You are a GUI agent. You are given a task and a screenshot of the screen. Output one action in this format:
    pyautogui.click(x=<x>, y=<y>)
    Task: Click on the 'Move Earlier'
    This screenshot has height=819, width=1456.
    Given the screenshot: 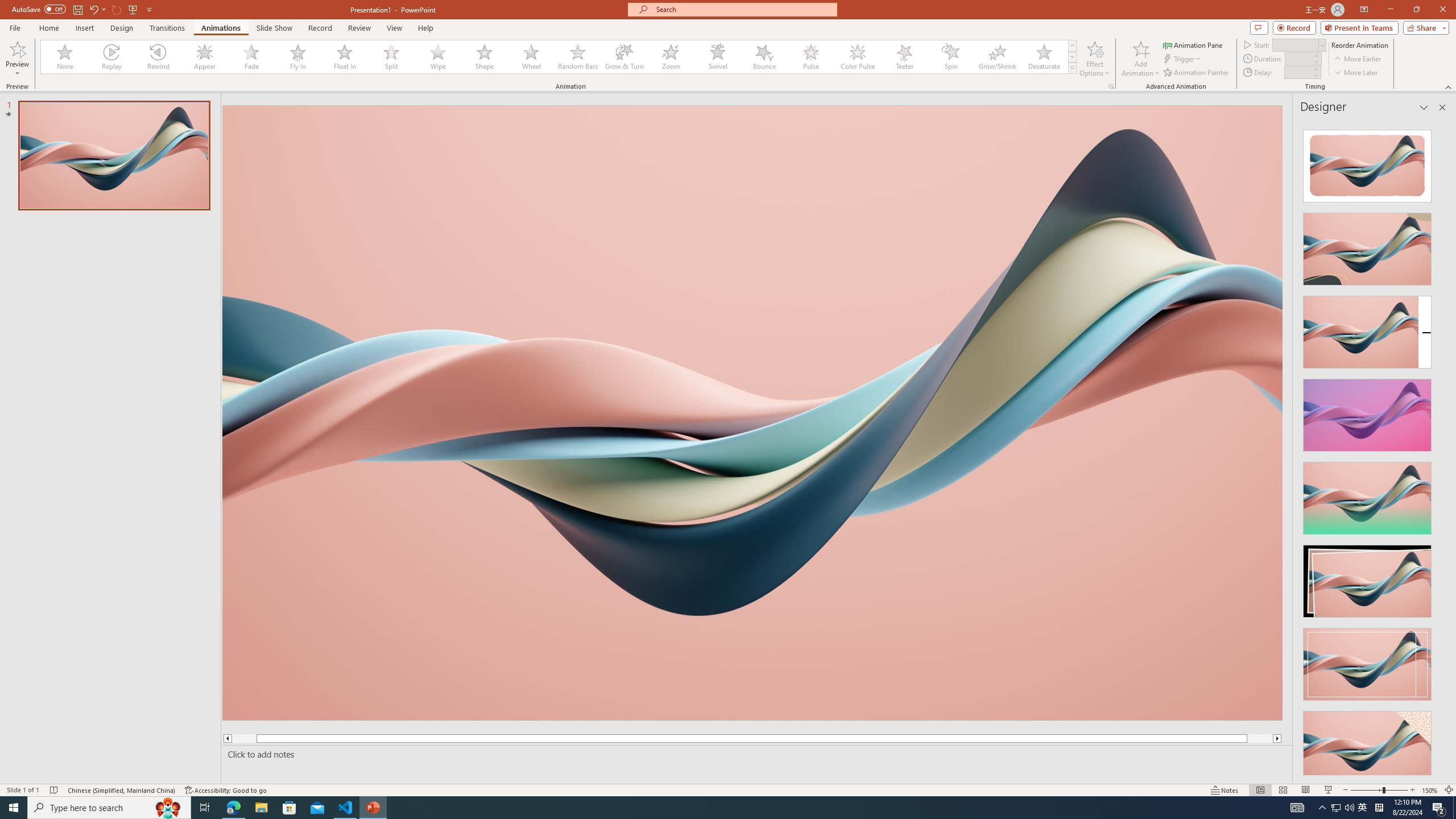 What is the action you would take?
    pyautogui.click(x=1357, y=59)
    